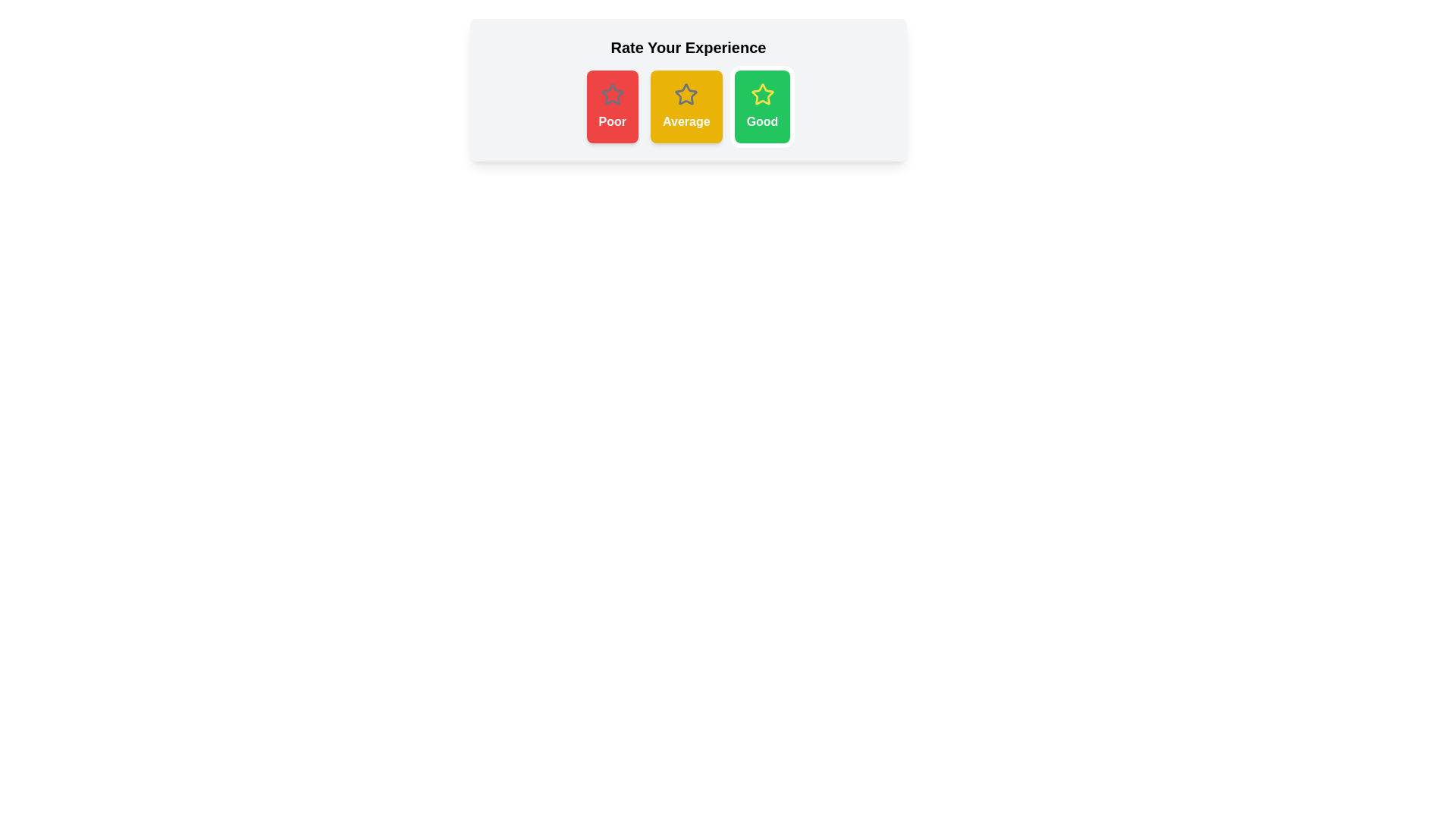 The image size is (1456, 819). What do you see at coordinates (612, 106) in the screenshot?
I see `the Poor button to select the corresponding rating` at bounding box center [612, 106].